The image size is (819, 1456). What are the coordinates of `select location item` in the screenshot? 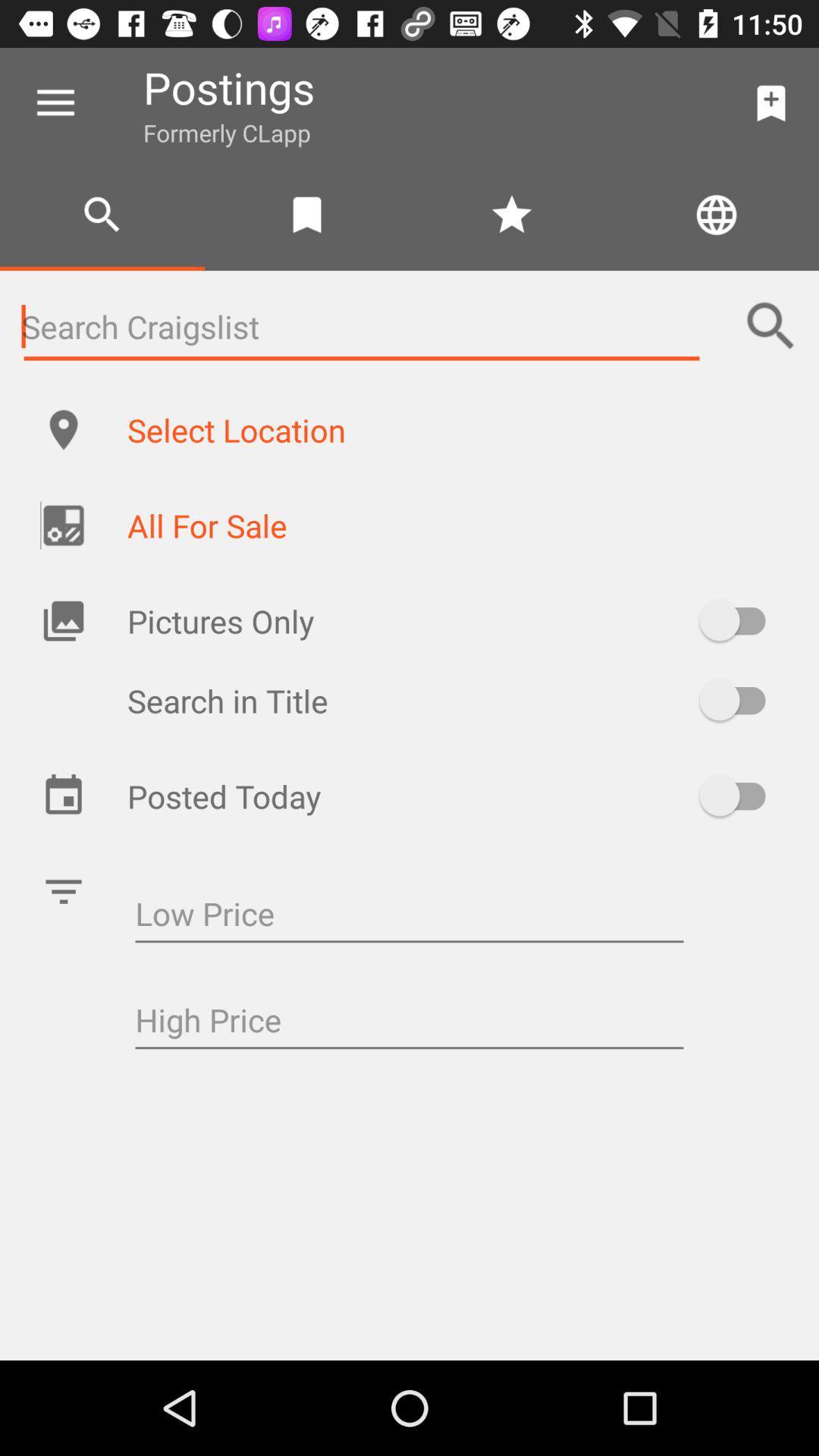 It's located at (456, 428).